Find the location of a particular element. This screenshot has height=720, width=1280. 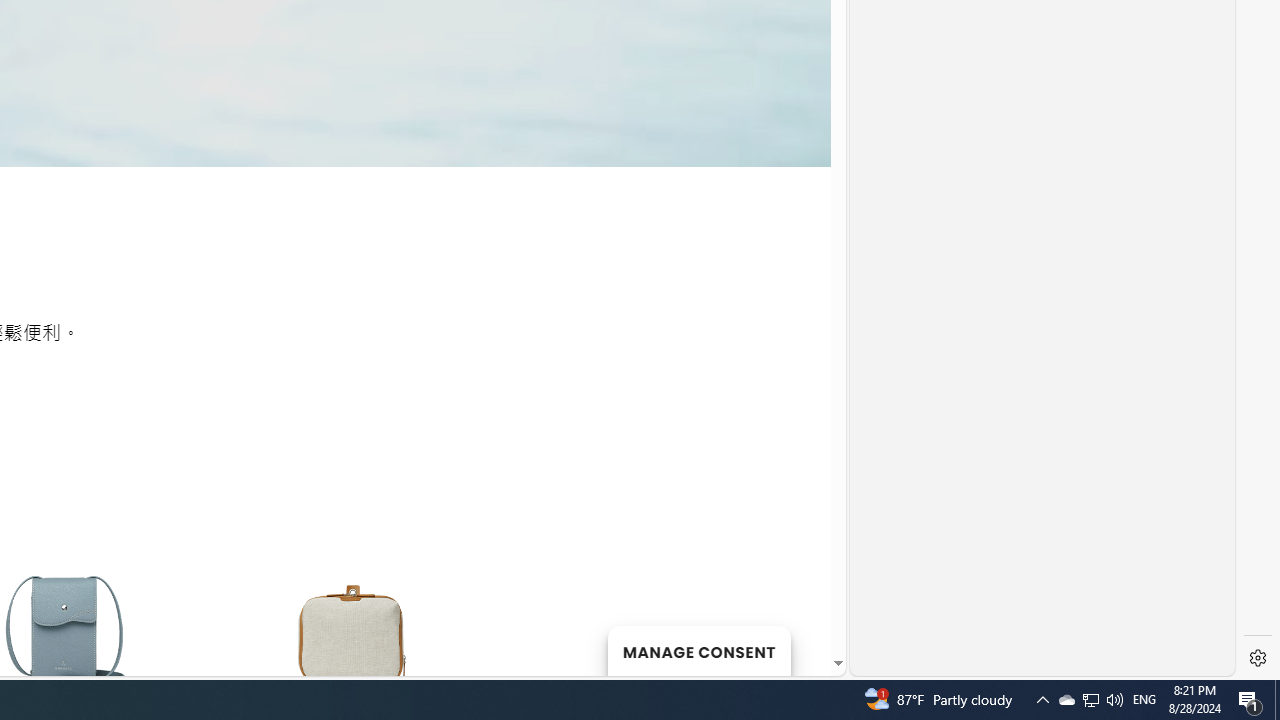

'MANAGE CONSENT' is located at coordinates (698, 650).